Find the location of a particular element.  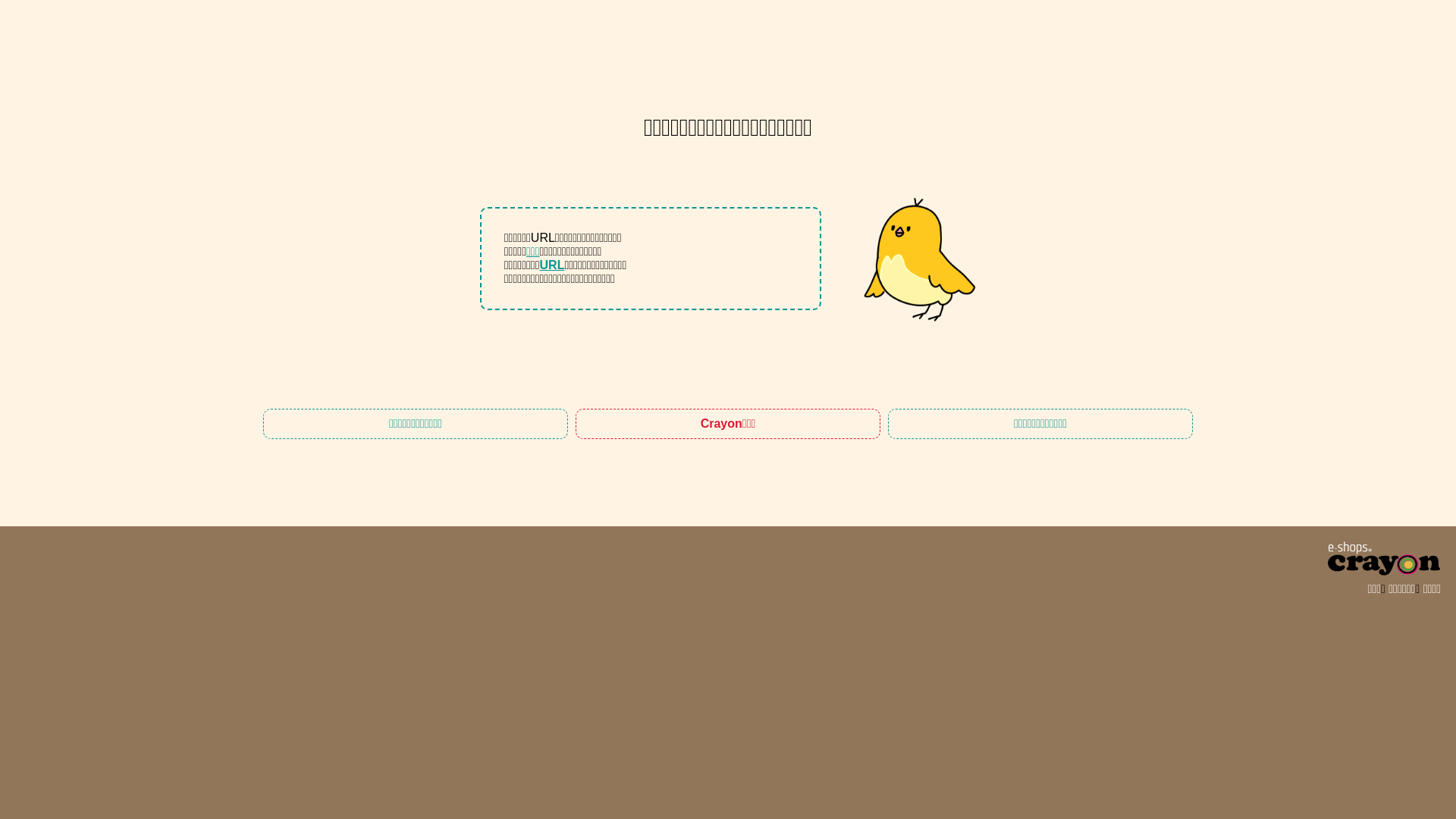

'URL' is located at coordinates (551, 264).